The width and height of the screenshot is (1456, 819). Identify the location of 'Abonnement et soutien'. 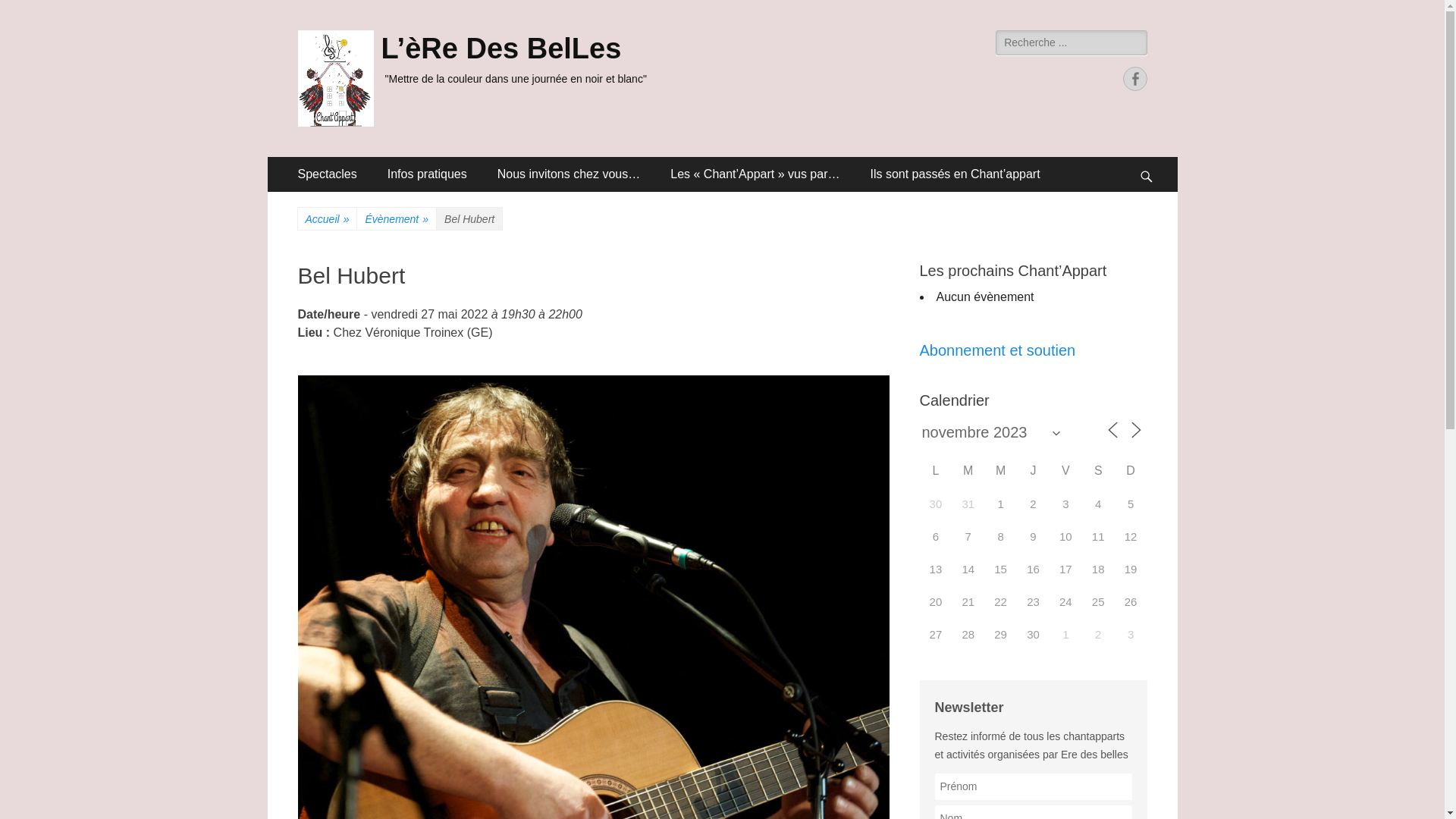
(997, 350).